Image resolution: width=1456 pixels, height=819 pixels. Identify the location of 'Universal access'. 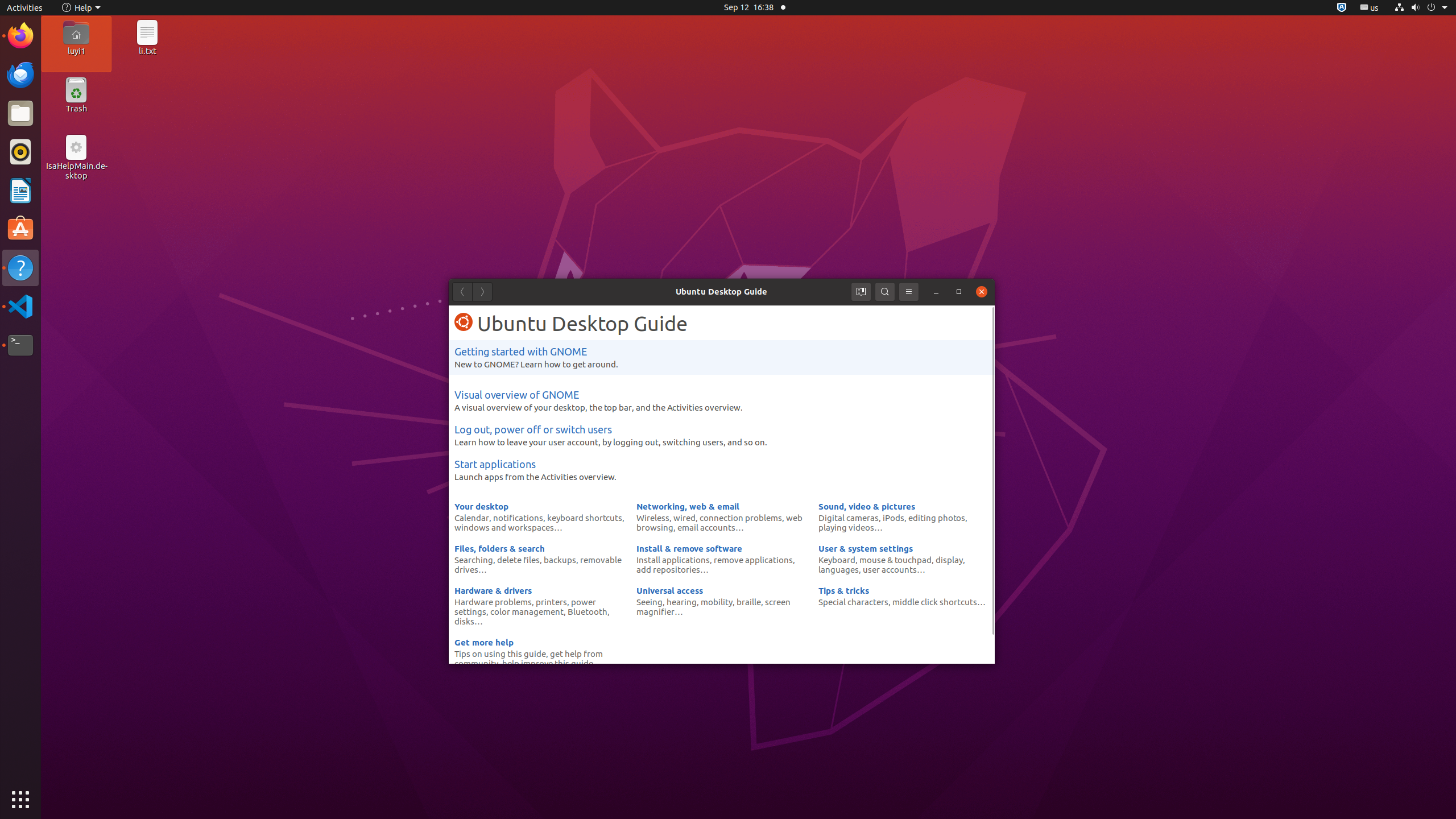
(669, 590).